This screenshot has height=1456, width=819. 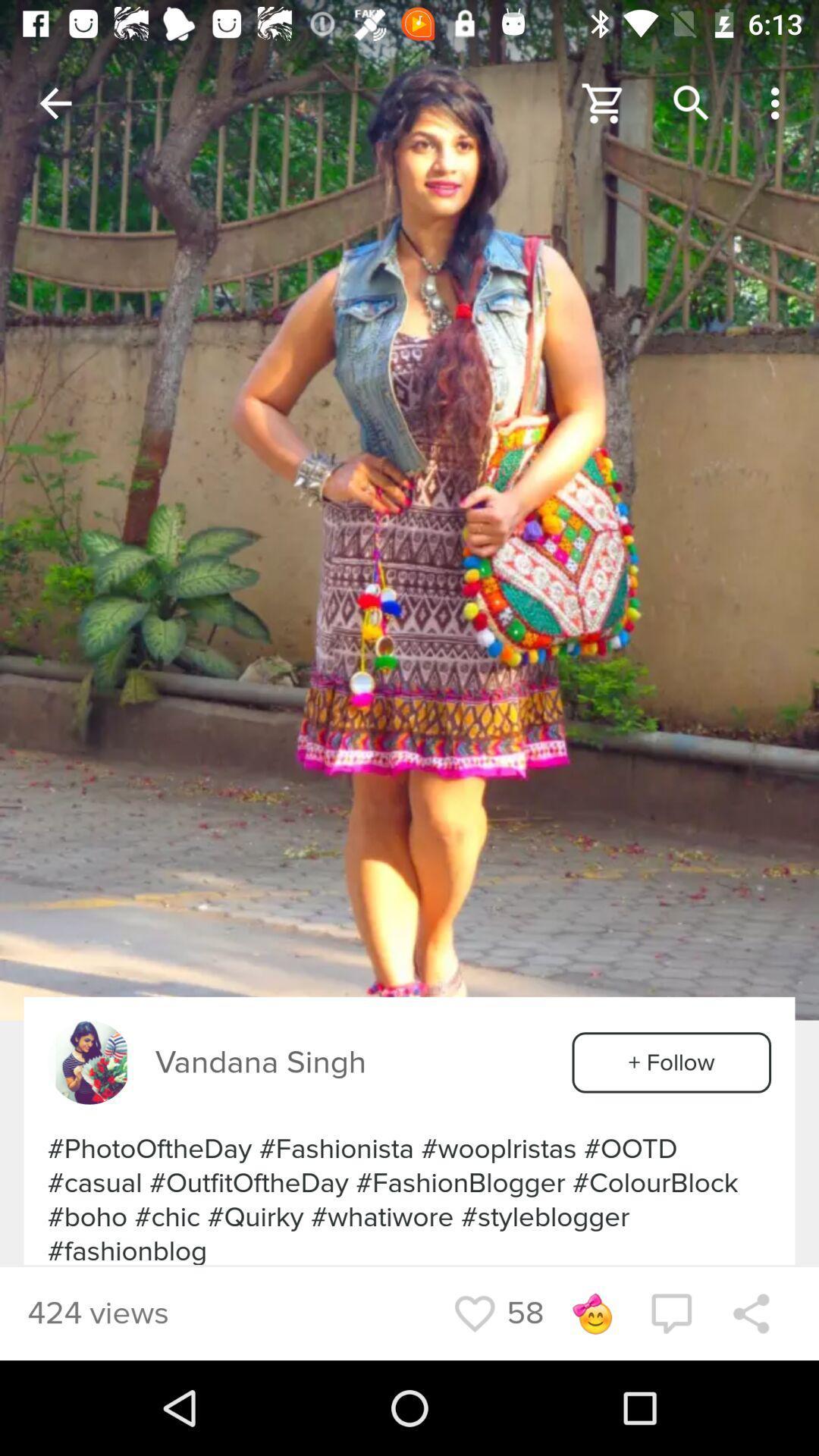 What do you see at coordinates (89, 1062) in the screenshot?
I see `adversitiment` at bounding box center [89, 1062].